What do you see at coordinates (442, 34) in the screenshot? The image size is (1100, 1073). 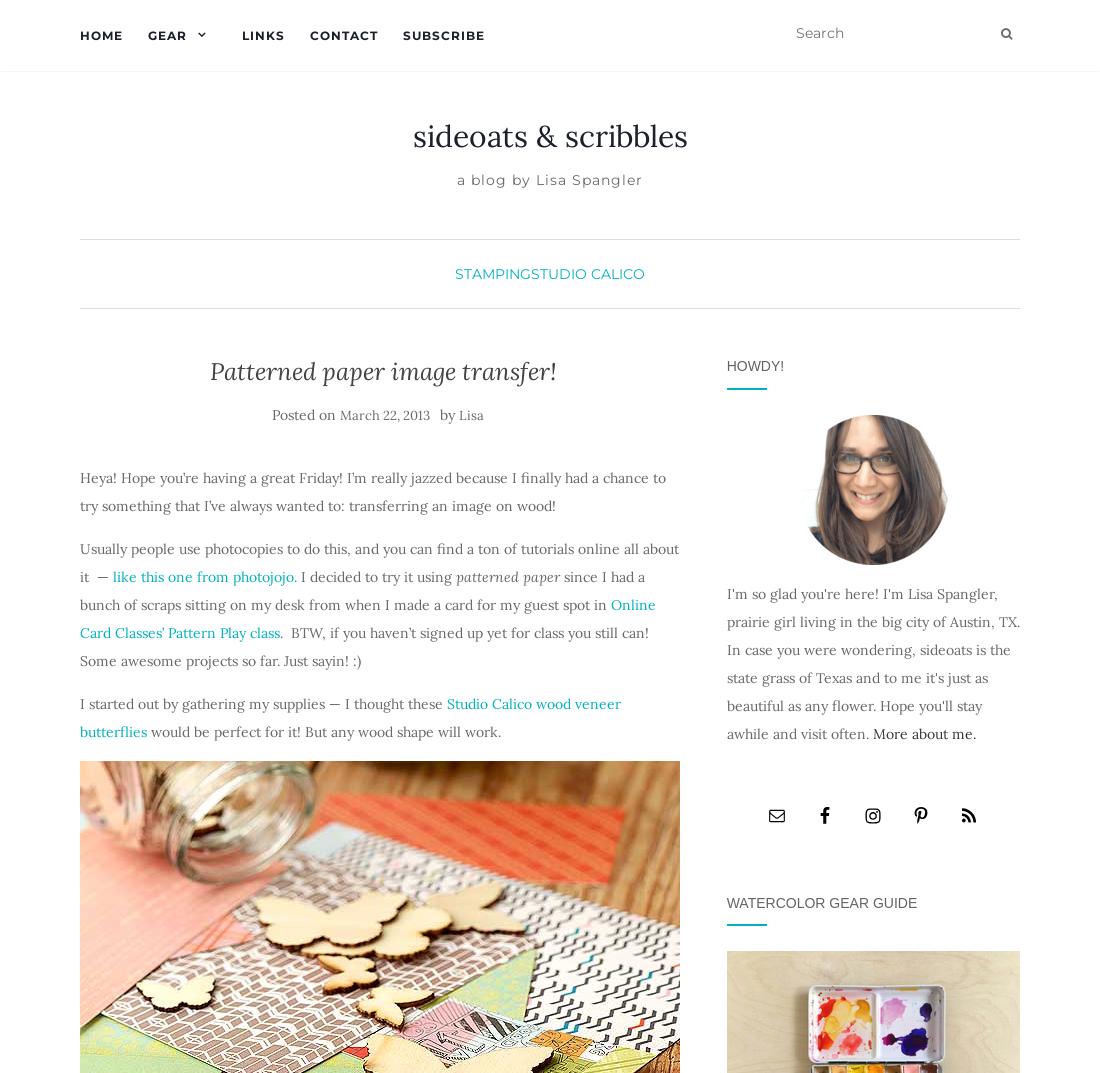 I see `'Subscribe'` at bounding box center [442, 34].